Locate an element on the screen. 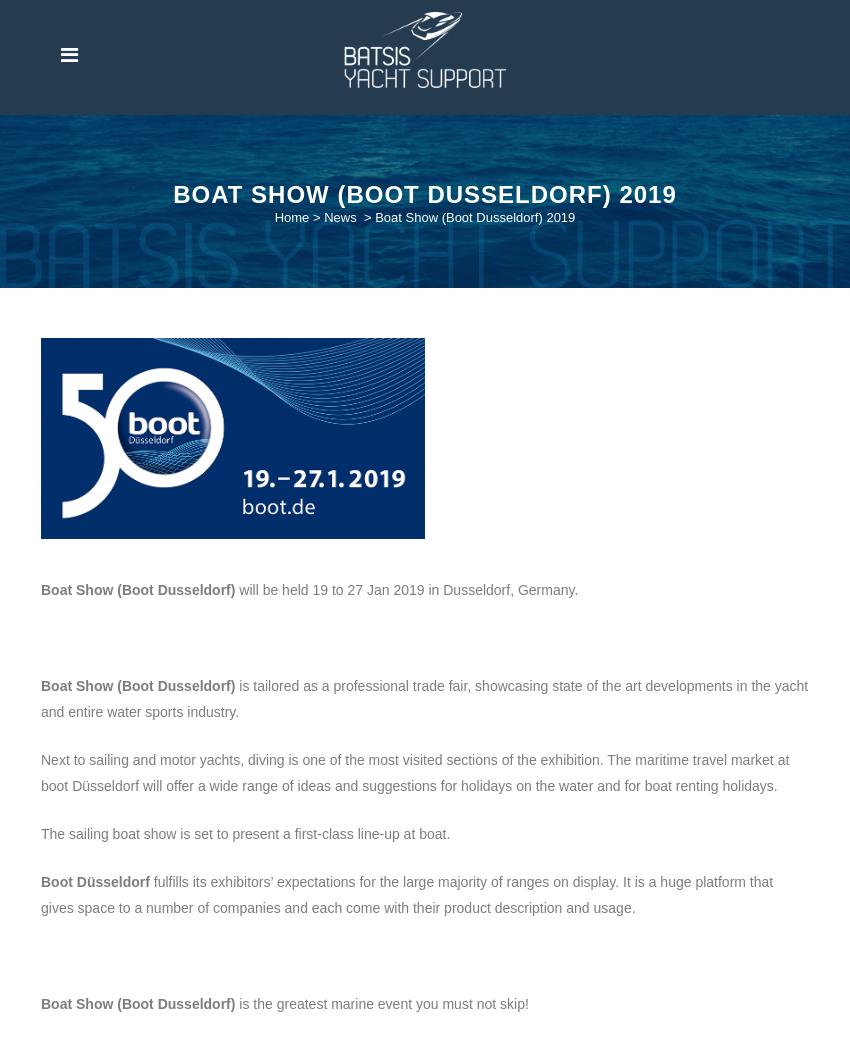  'The sailing boat show is set to present a first-class line-up at boat.' is located at coordinates (245, 832).